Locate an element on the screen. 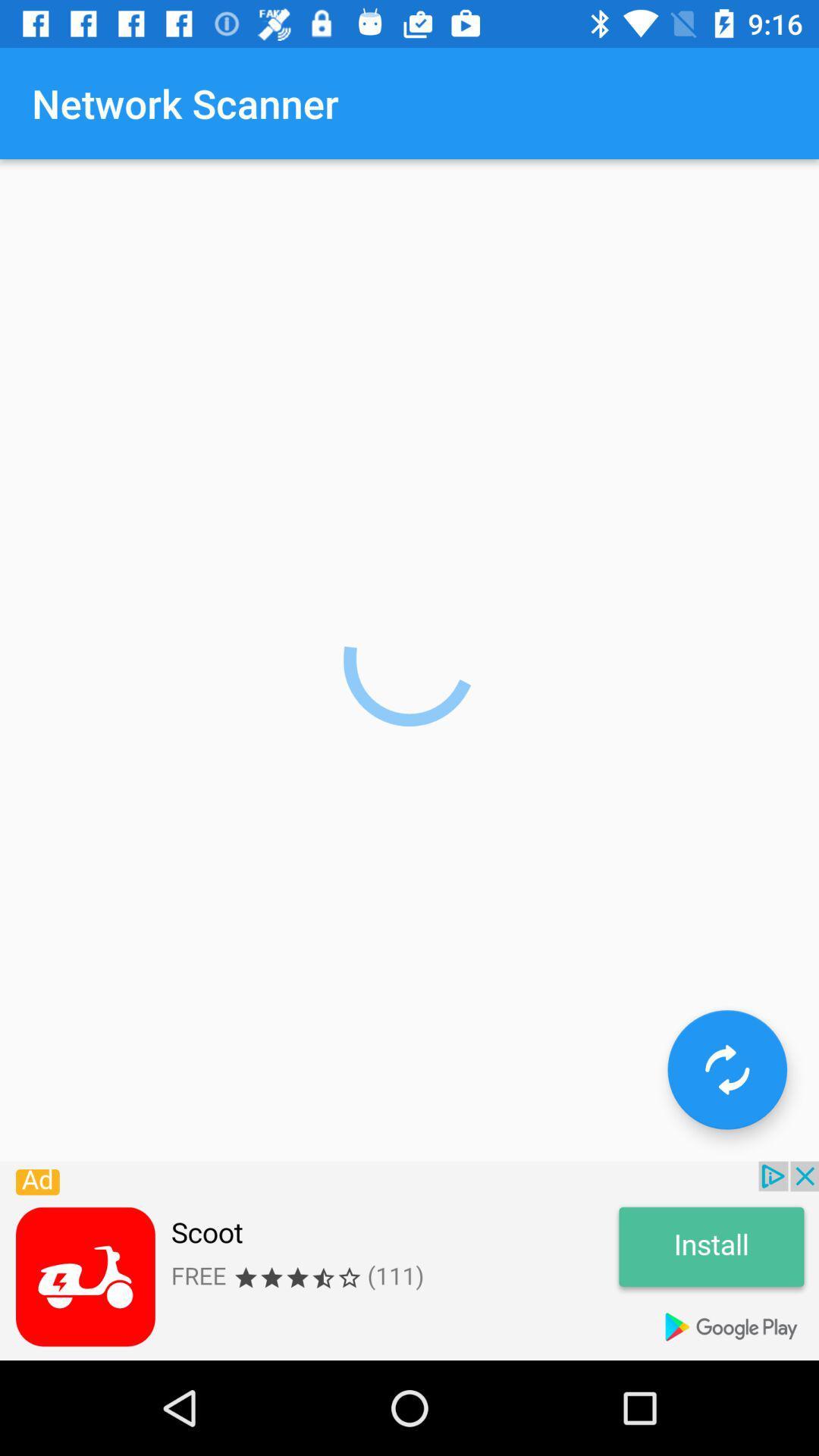 The image size is (819, 1456). link to advertisement link is located at coordinates (409, 1260).